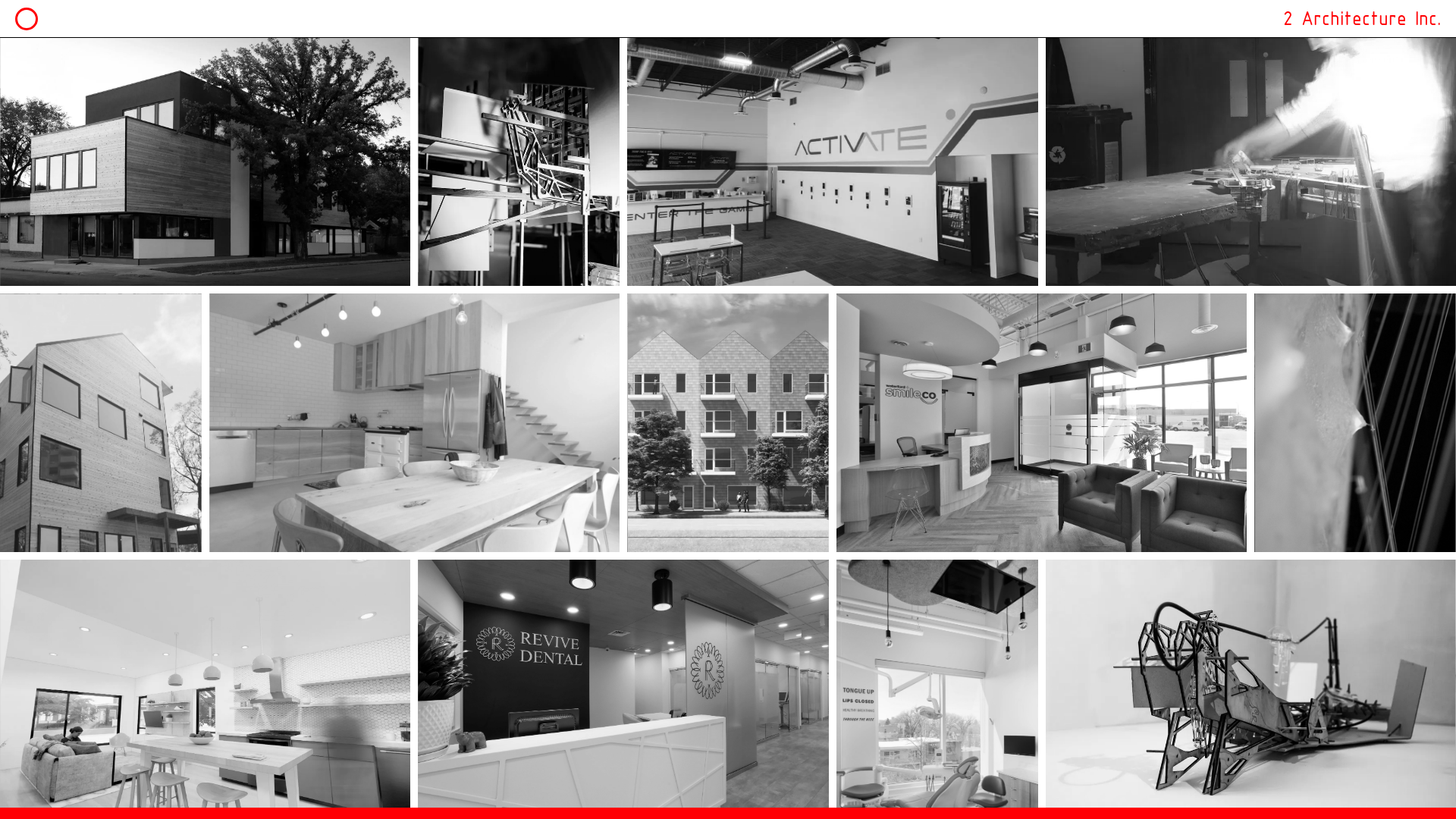 Image resolution: width=1456 pixels, height=819 pixels. Describe the element at coordinates (1282, 18) in the screenshot. I see `'2 Architecture Inc.'` at that location.